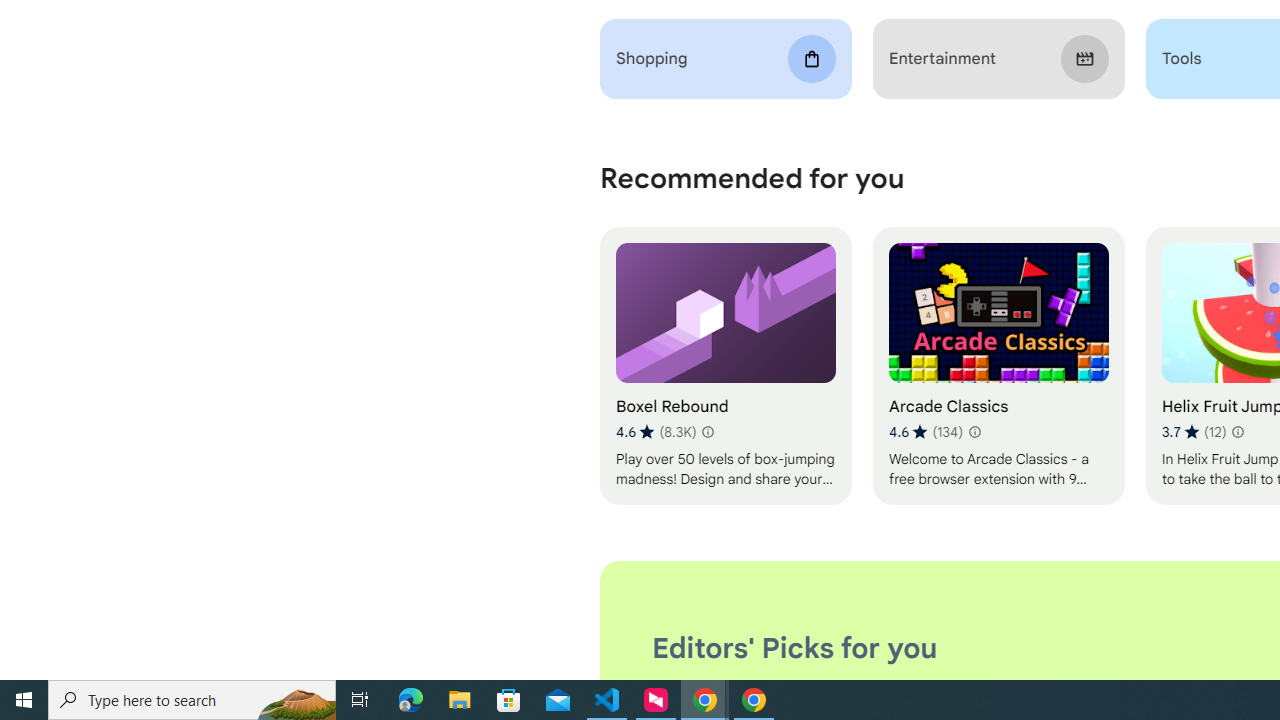  I want to click on 'Average rating 3.7 out of 5 stars. 12 ratings.', so click(1194, 431).